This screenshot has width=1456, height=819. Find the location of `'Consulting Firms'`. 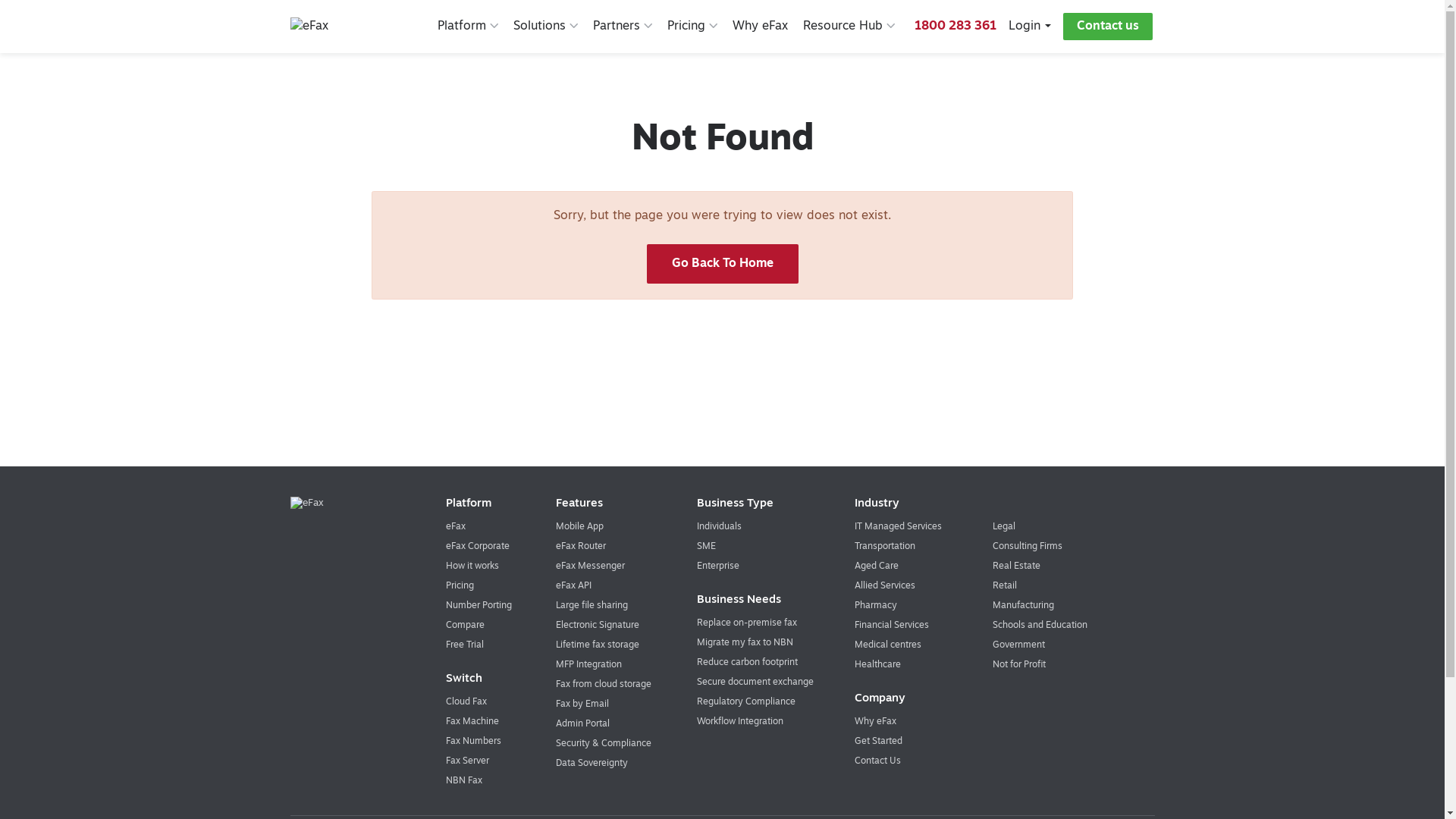

'Consulting Firms' is located at coordinates (1027, 547).